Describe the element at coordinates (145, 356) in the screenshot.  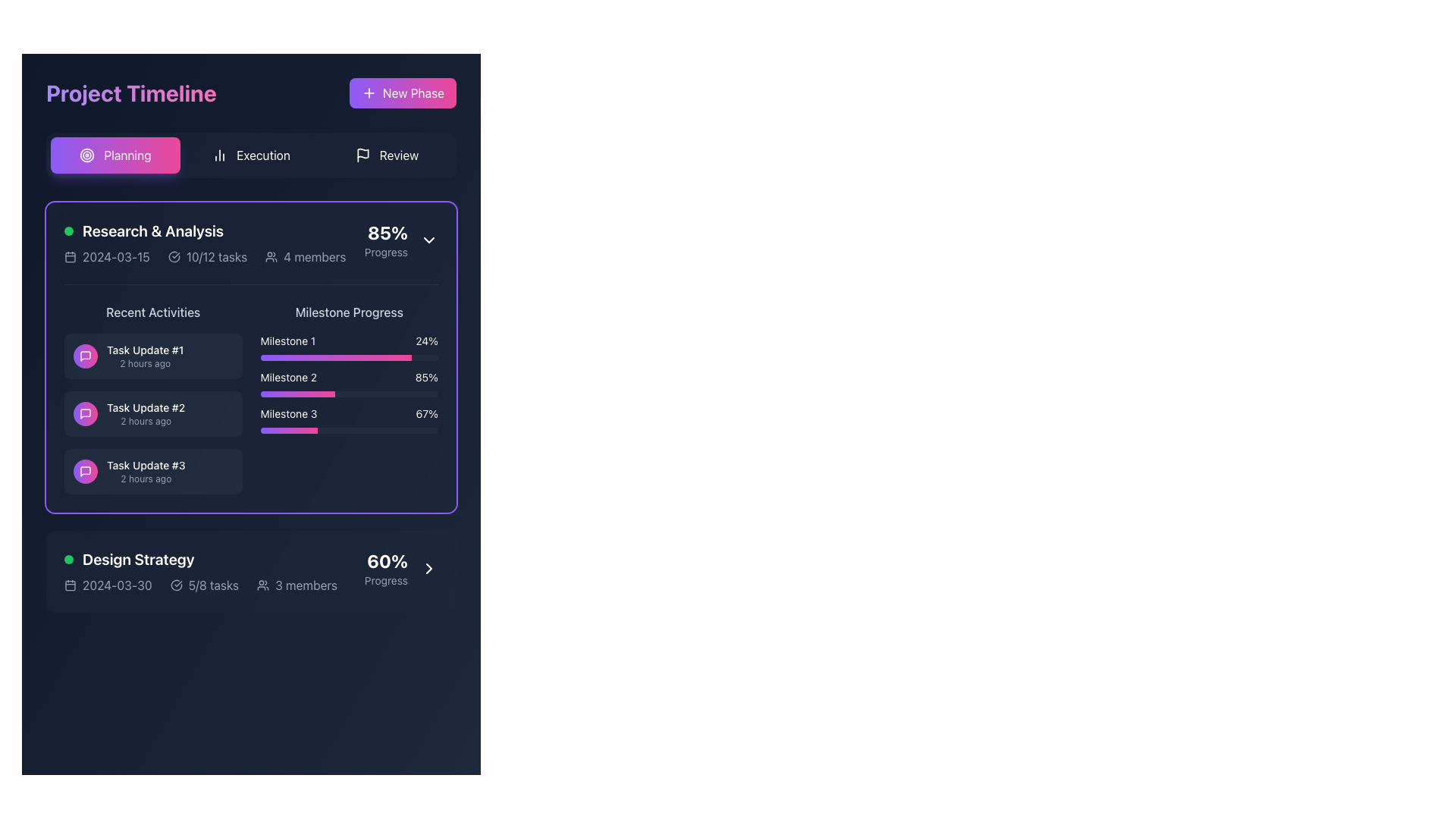
I see `the text block that displays the task title and timestamp in the 'Research & Analysis' section of the 'Recent Activities' column` at that location.